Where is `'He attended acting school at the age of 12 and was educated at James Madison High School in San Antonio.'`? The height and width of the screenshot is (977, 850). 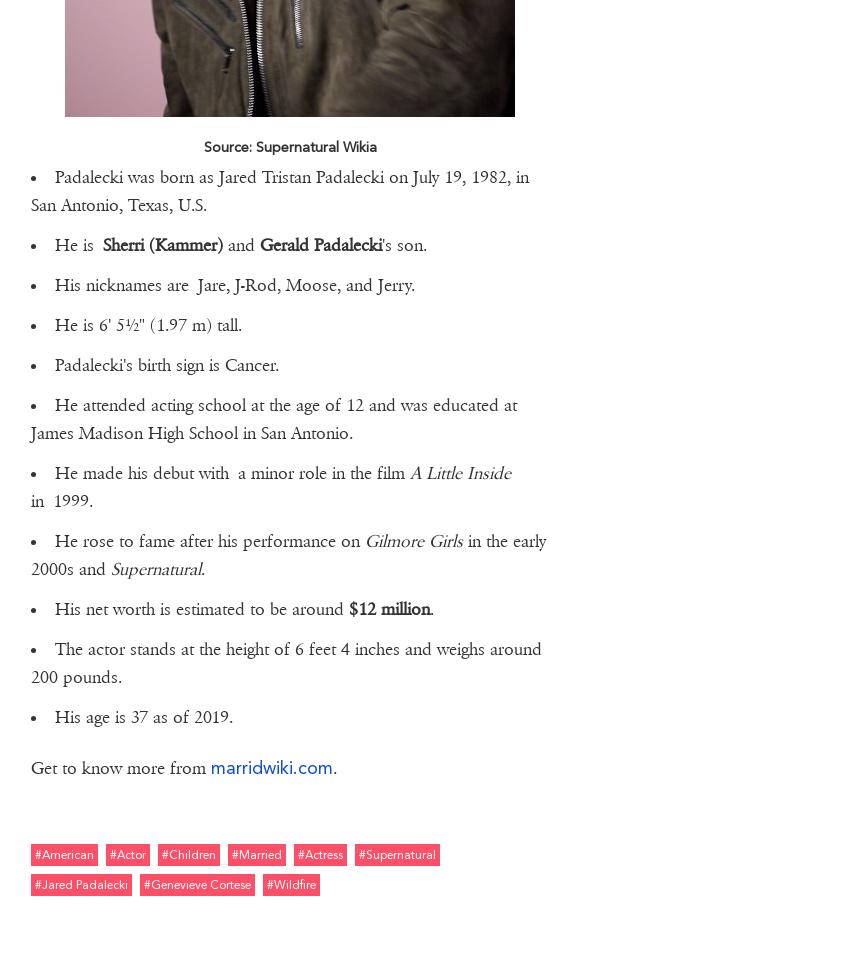
'He attended acting school at the age of 12 and was educated at James Madison High School in San Antonio.' is located at coordinates (272, 418).